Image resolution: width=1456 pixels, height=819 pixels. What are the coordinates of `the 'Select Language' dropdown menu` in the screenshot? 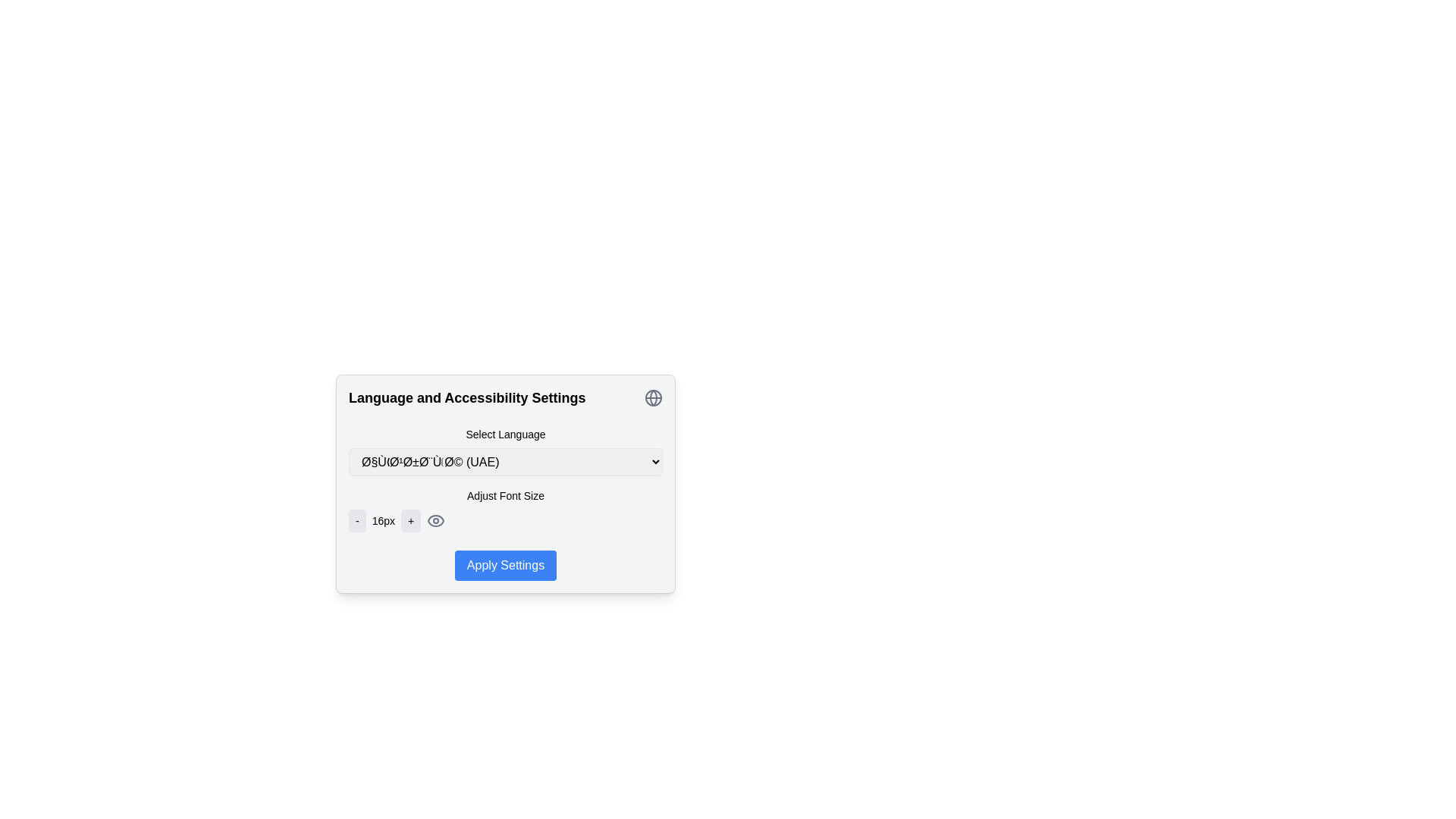 It's located at (506, 450).